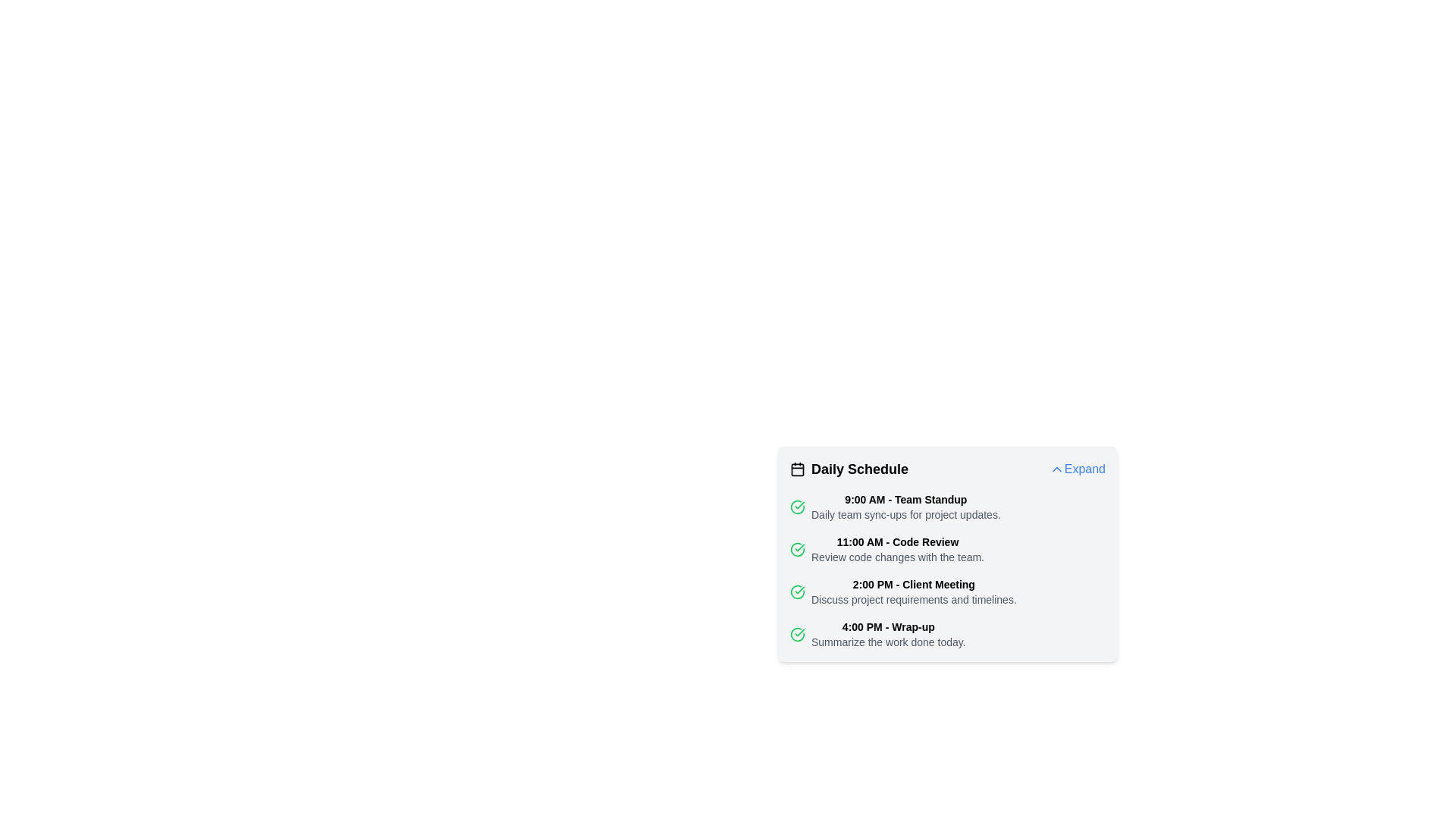 This screenshot has height=819, width=1456. What do you see at coordinates (848, 468) in the screenshot?
I see `the 'Daily Schedule' text next to the calendar icon` at bounding box center [848, 468].